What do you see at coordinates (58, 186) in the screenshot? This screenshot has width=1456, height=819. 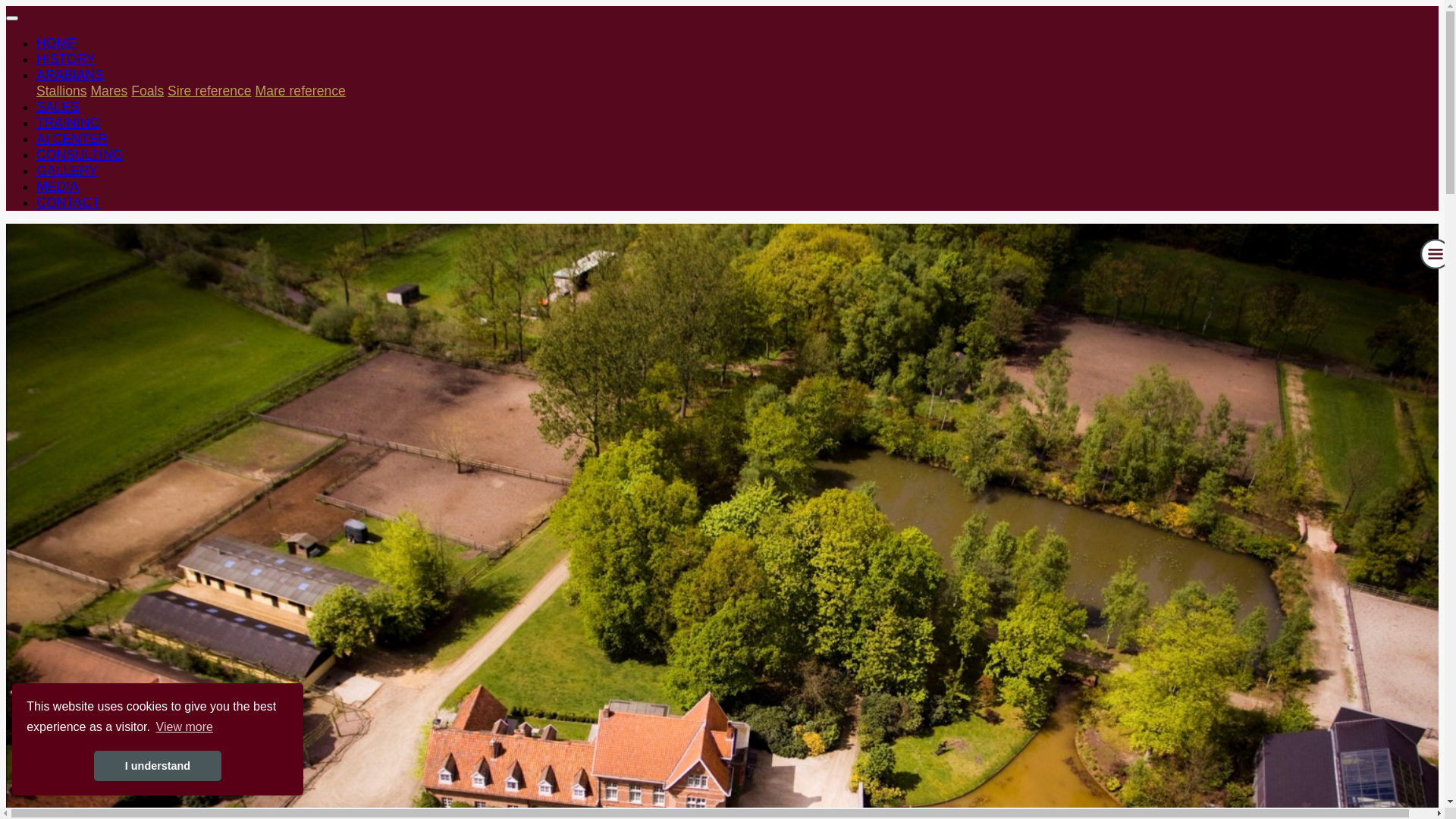 I see `'MEDIA'` at bounding box center [58, 186].